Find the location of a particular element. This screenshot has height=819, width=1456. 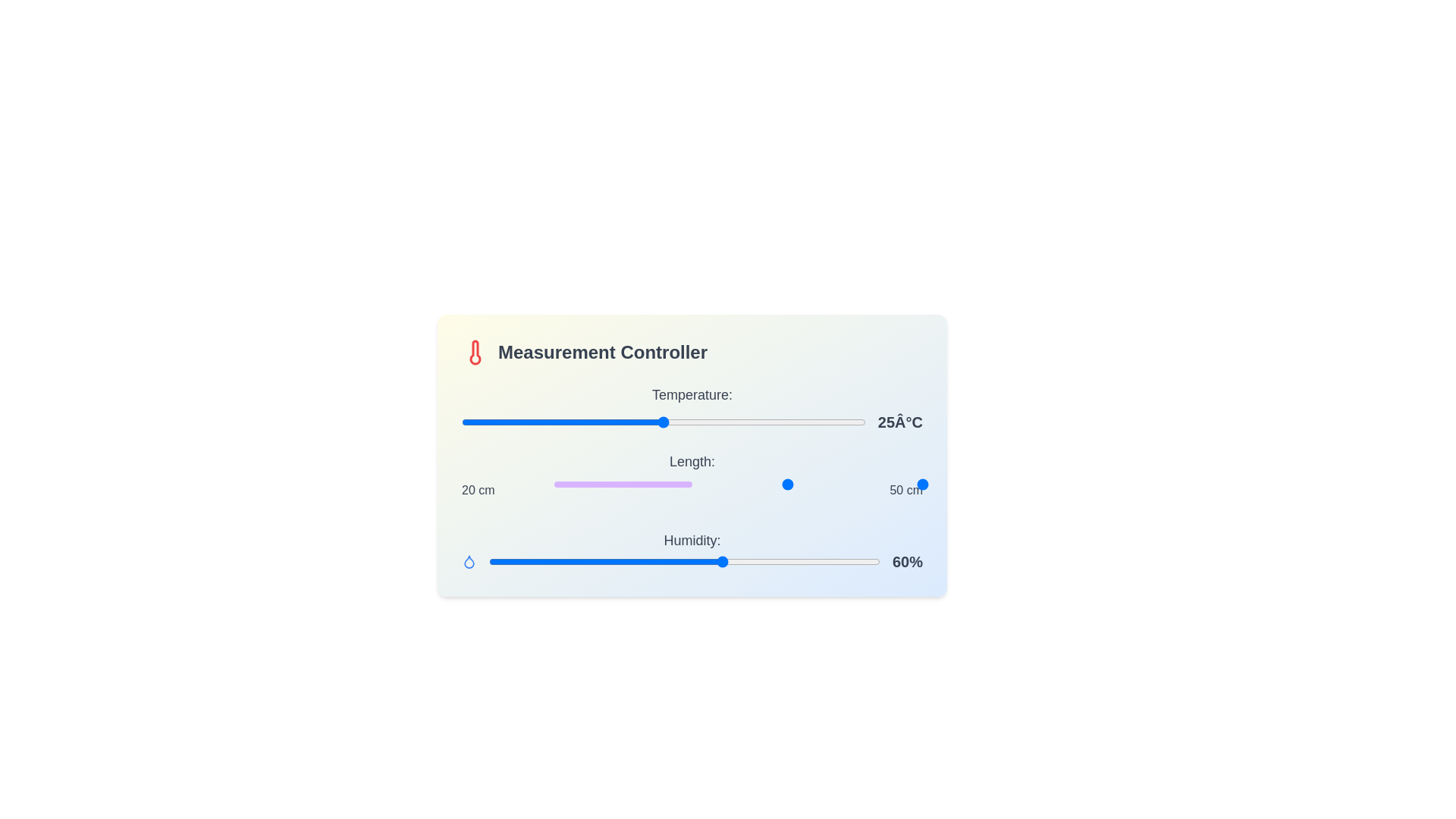

the slider value is located at coordinates (853, 485).